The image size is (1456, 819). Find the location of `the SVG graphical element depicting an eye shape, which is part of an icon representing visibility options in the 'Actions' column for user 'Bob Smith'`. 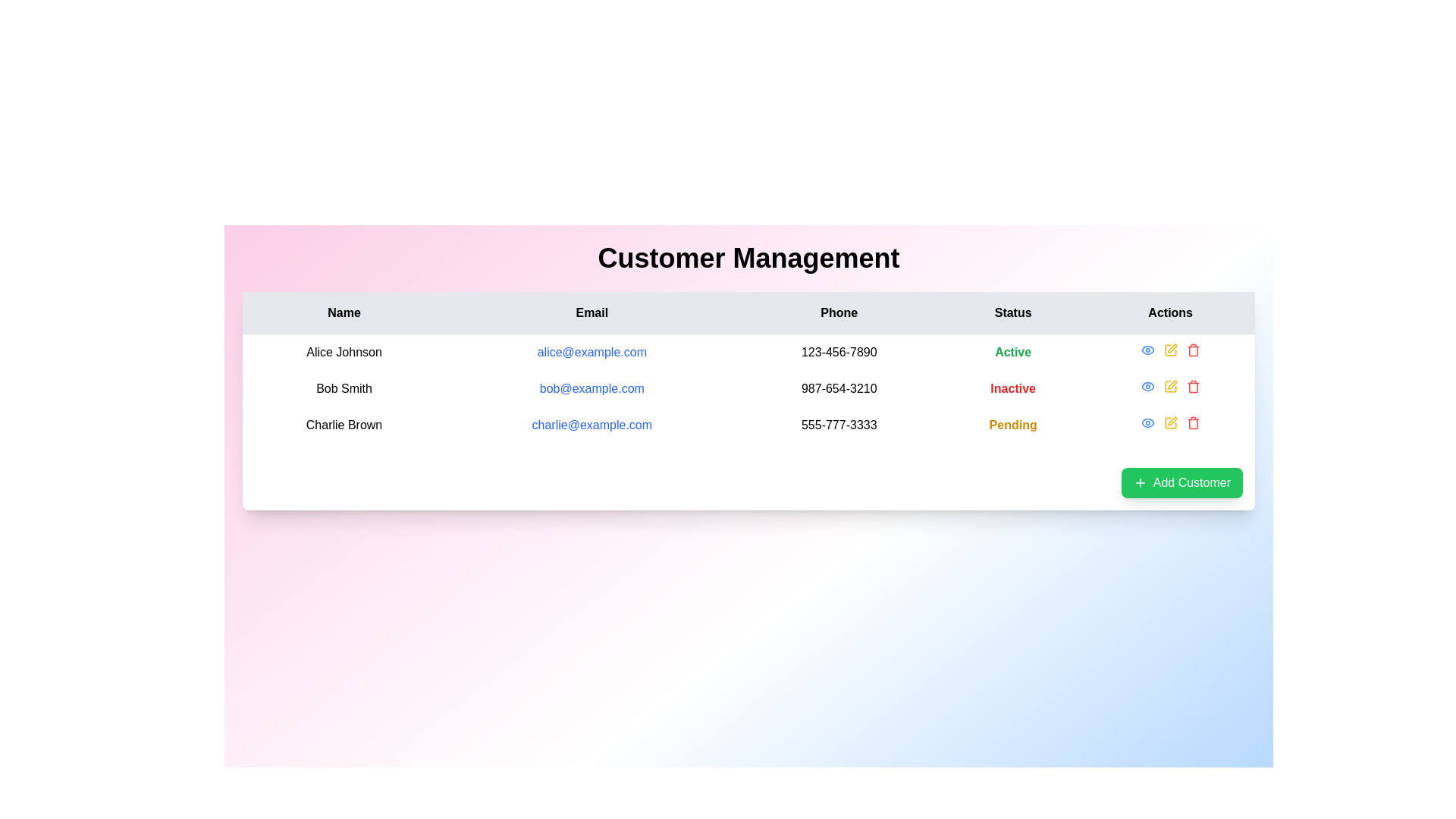

the SVG graphical element depicting an eye shape, which is part of an icon representing visibility options in the 'Actions' column for user 'Bob Smith' is located at coordinates (1147, 423).